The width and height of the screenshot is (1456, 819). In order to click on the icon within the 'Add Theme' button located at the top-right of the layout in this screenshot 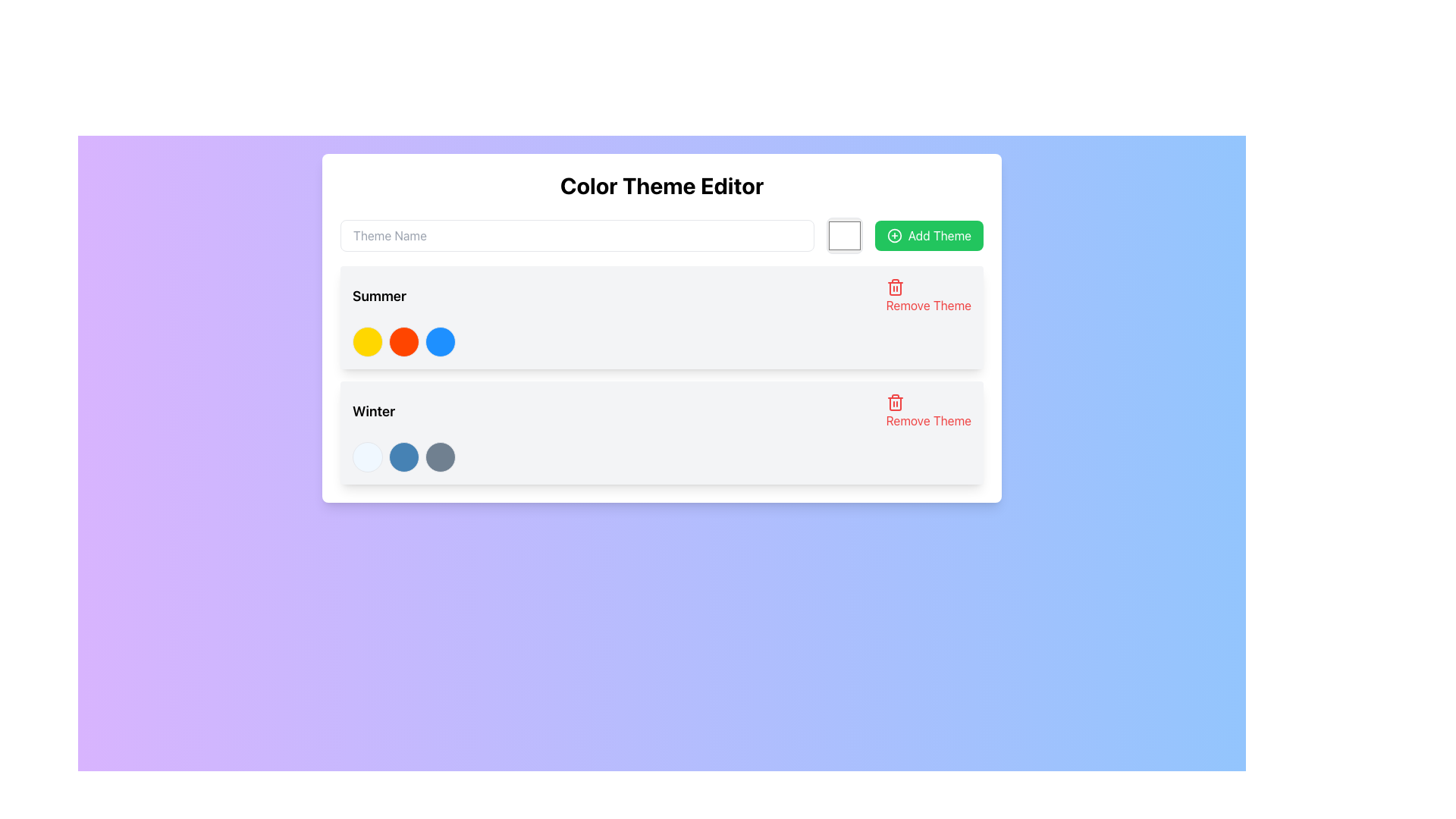, I will do `click(894, 236)`.